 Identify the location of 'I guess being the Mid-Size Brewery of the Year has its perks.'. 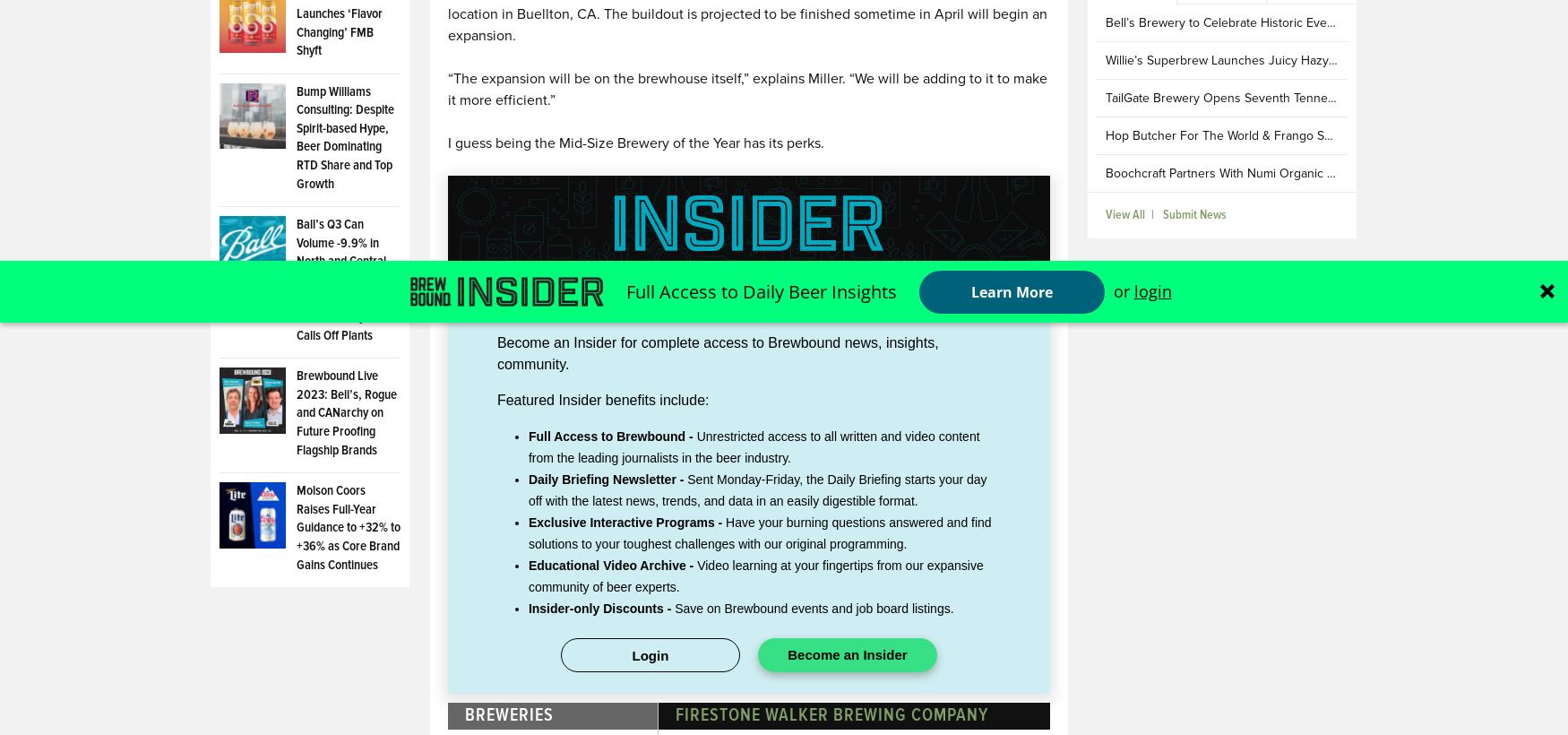
(634, 143).